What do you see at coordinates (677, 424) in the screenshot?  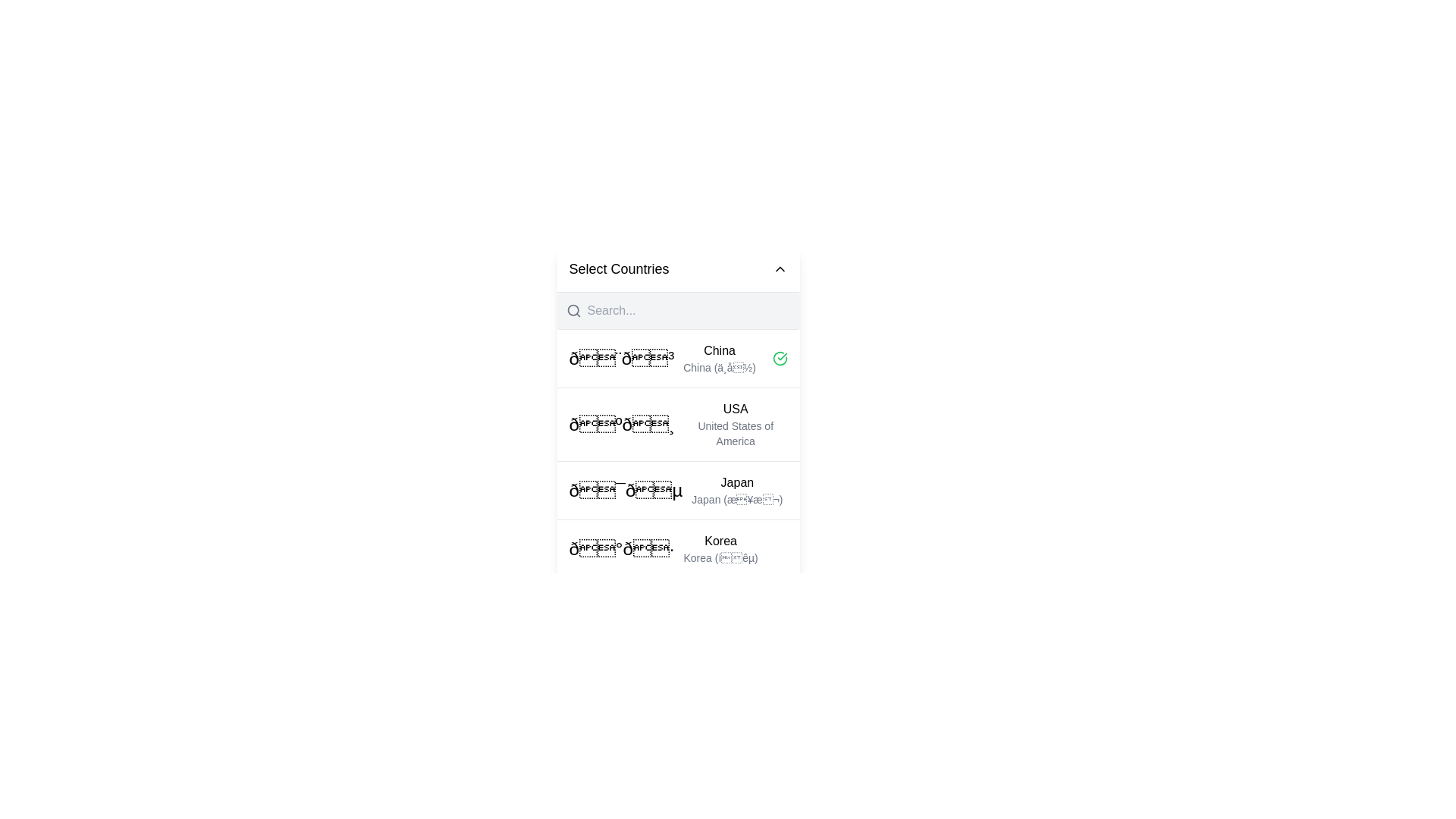 I see `the list item row indicating 'United States'` at bounding box center [677, 424].